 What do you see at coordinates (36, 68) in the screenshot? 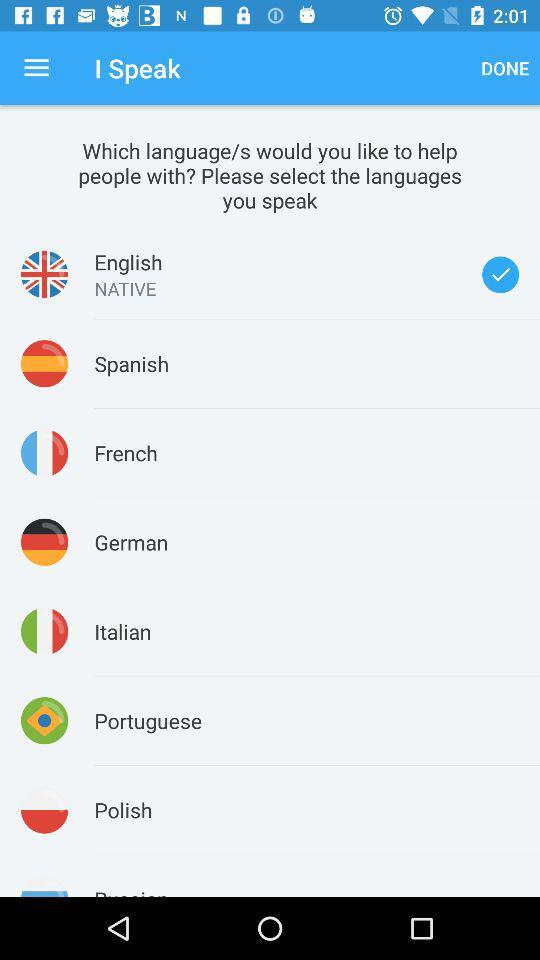
I see `the icon to the left of the i speak` at bounding box center [36, 68].